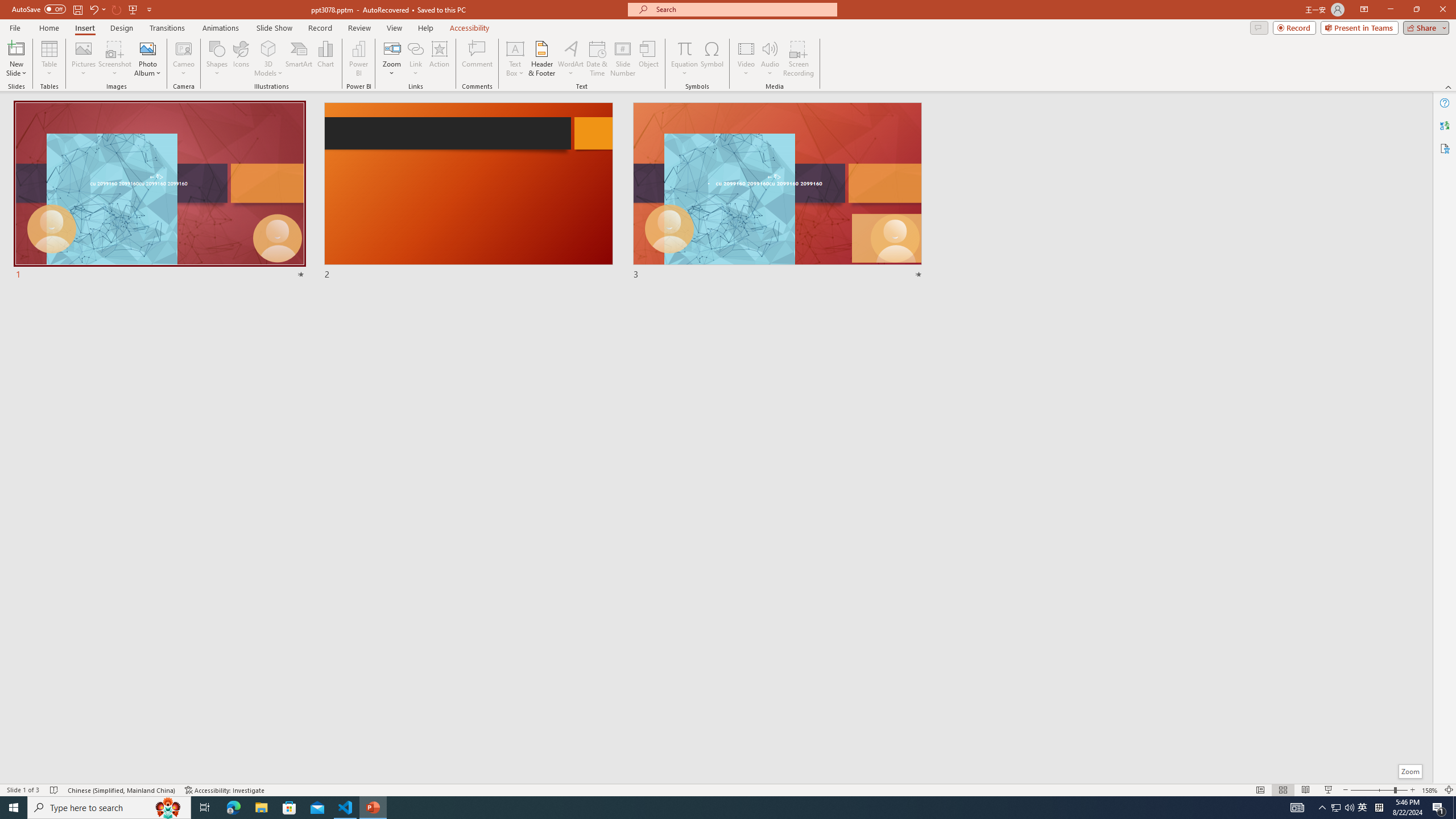 The width and height of the screenshot is (1456, 819). Describe the element at coordinates (622, 59) in the screenshot. I see `'Slide Number'` at that location.